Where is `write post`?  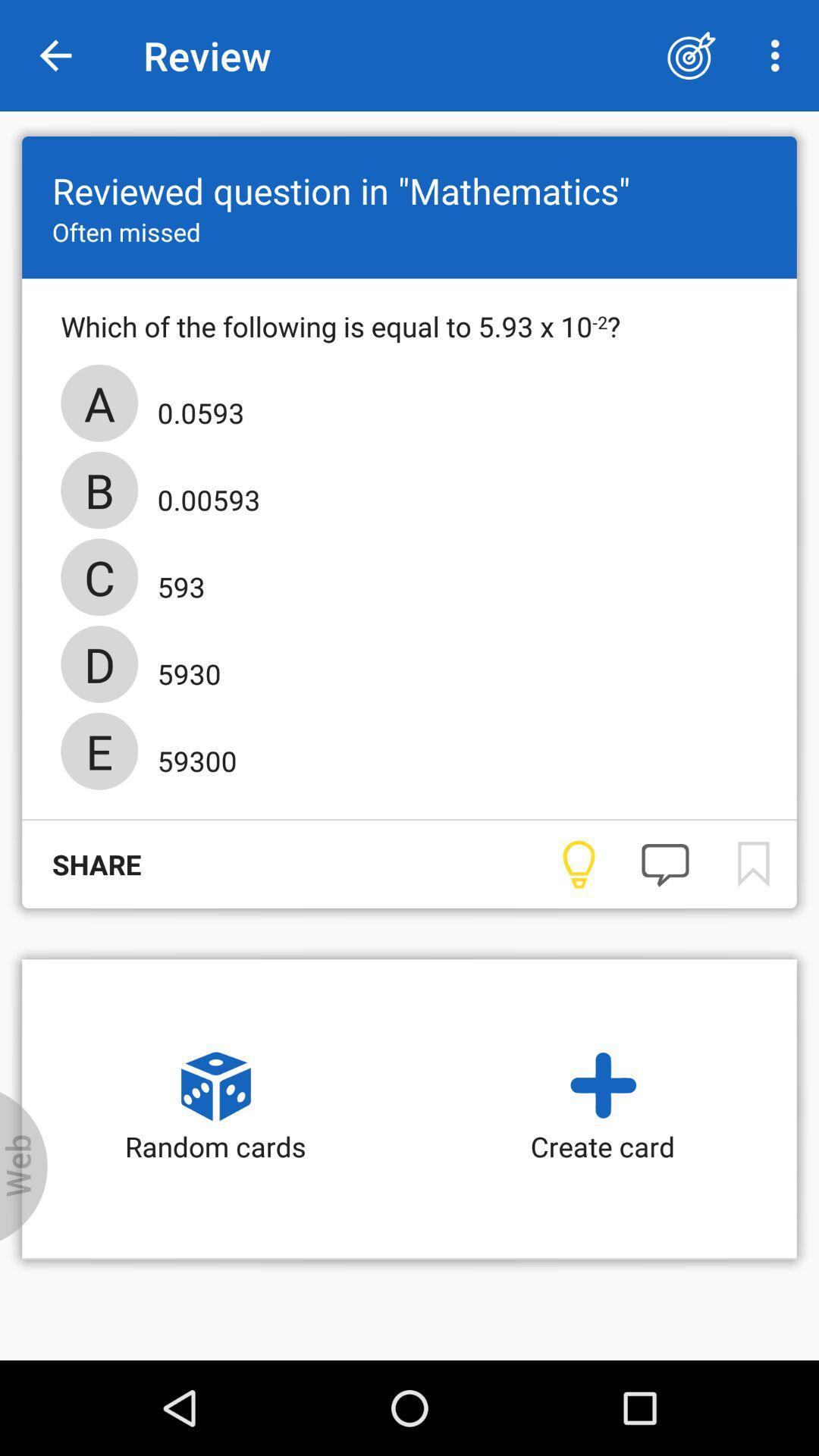 write post is located at coordinates (664, 864).